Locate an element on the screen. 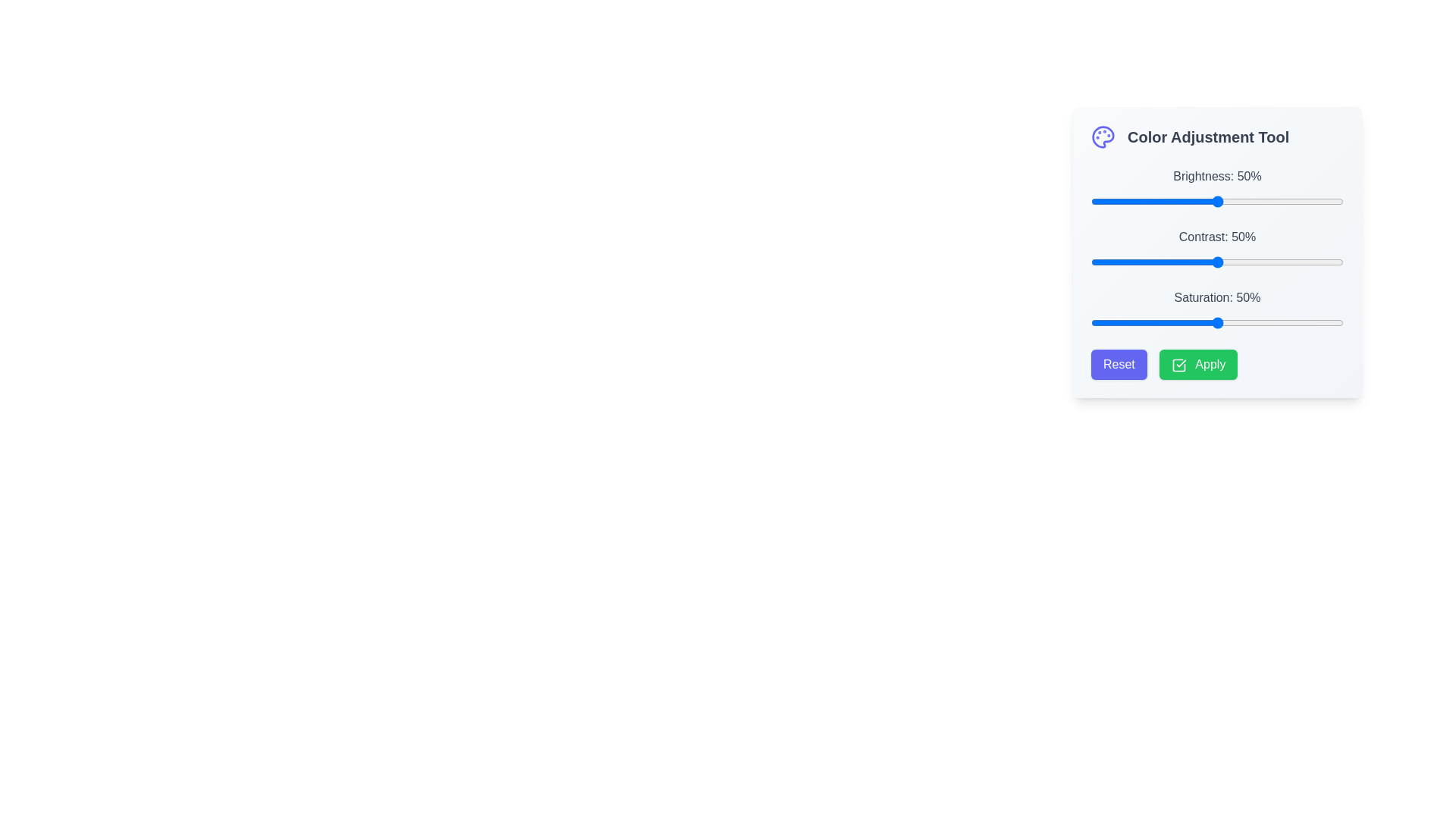 The width and height of the screenshot is (1456, 819). the contrast is located at coordinates (1317, 262).